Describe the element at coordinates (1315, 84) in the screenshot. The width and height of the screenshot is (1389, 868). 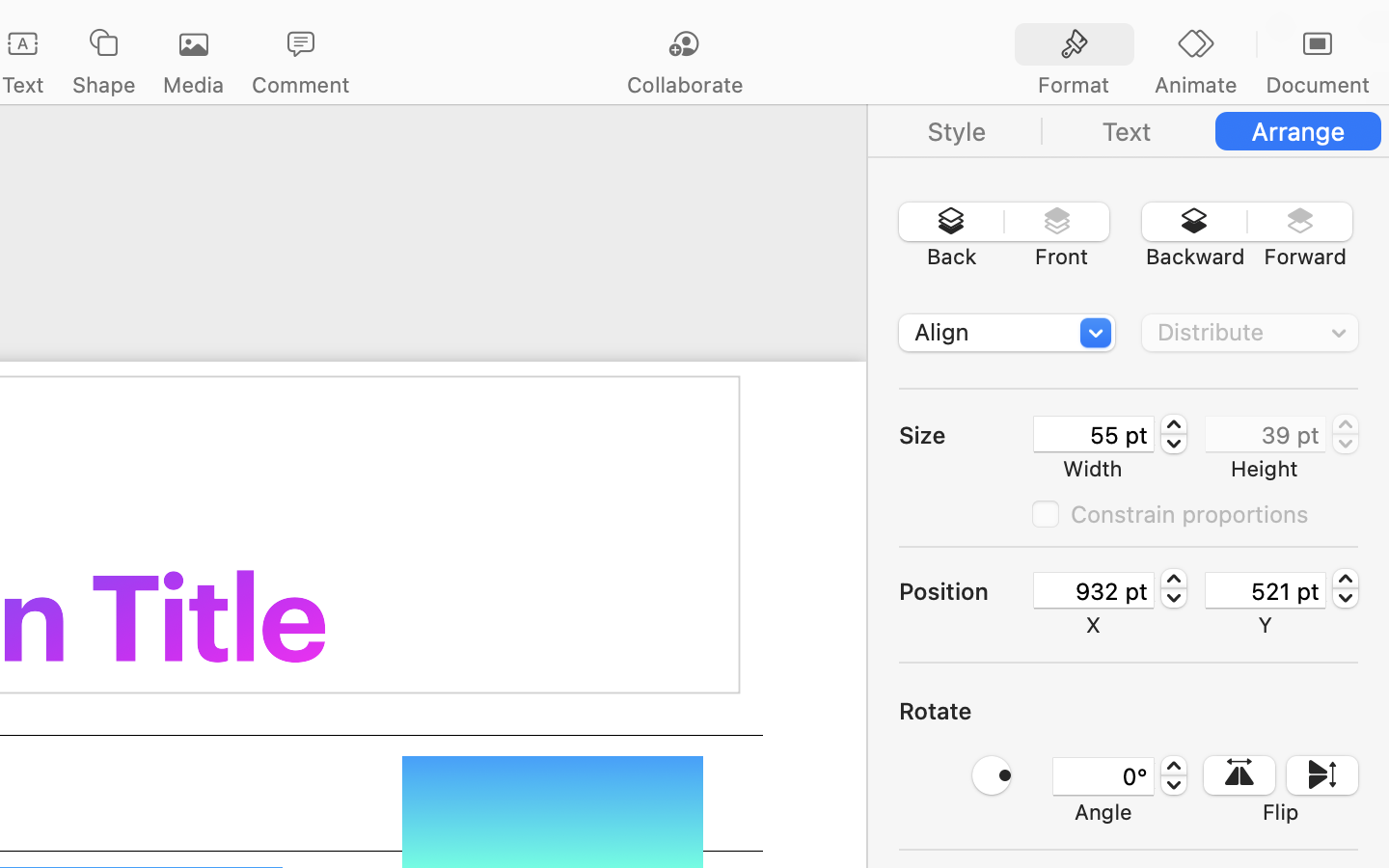
I see `'Document'` at that location.